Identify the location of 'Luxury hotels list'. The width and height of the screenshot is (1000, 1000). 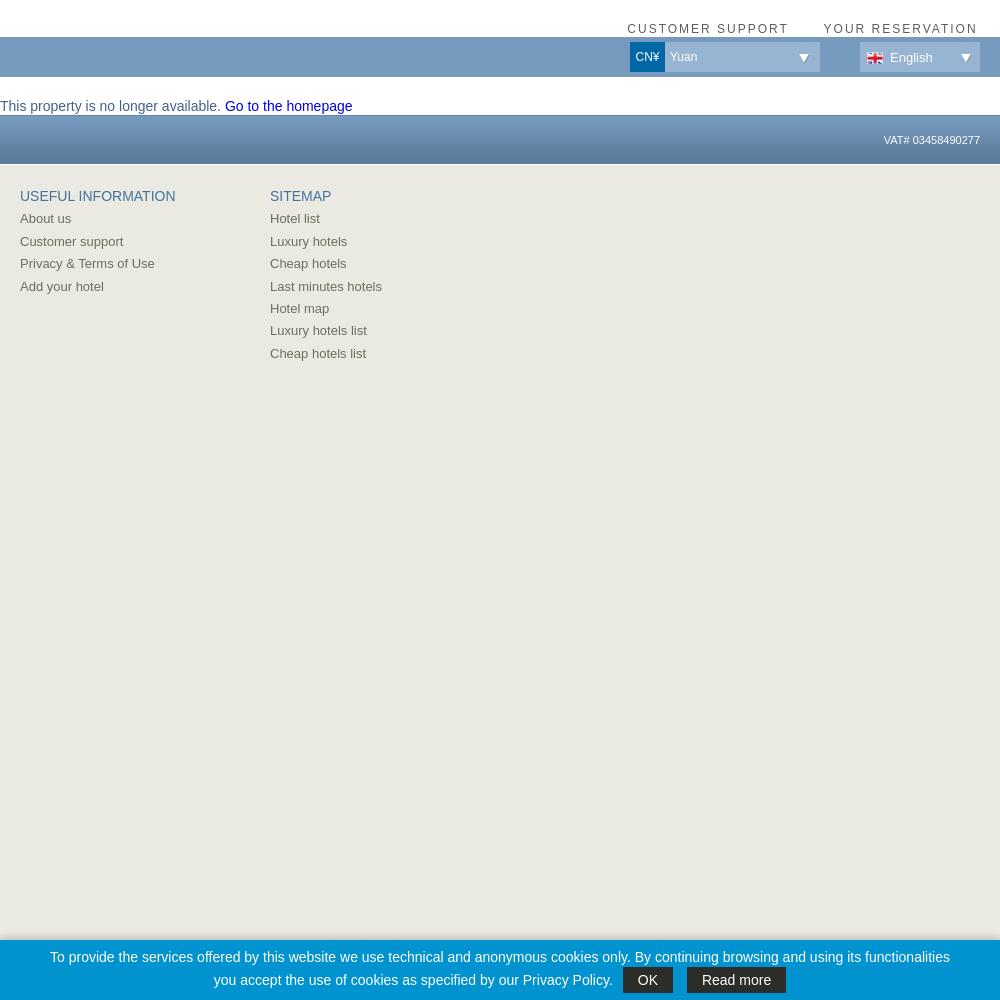
(317, 329).